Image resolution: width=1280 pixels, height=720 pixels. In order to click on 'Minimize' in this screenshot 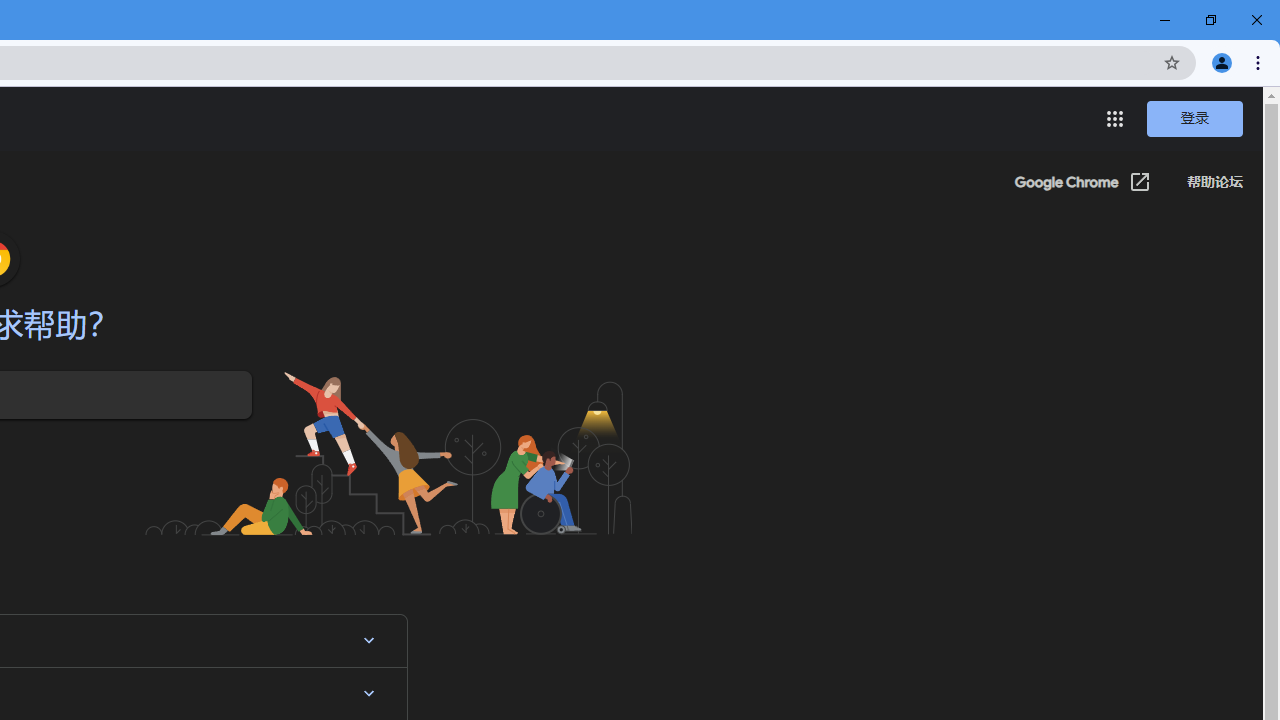, I will do `click(1165, 20)`.